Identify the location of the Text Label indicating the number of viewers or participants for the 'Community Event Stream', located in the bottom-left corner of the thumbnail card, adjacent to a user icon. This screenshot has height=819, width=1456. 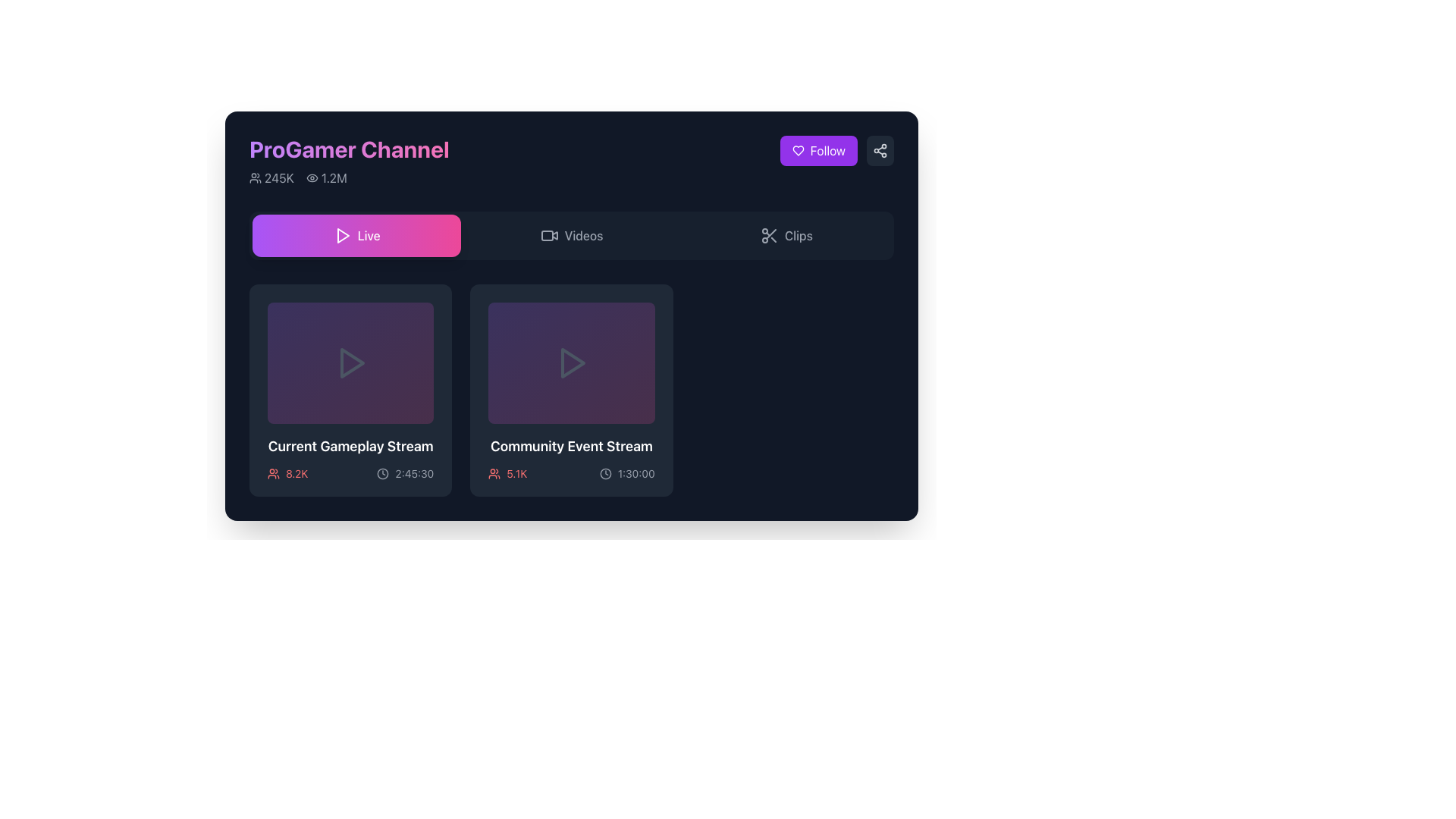
(516, 472).